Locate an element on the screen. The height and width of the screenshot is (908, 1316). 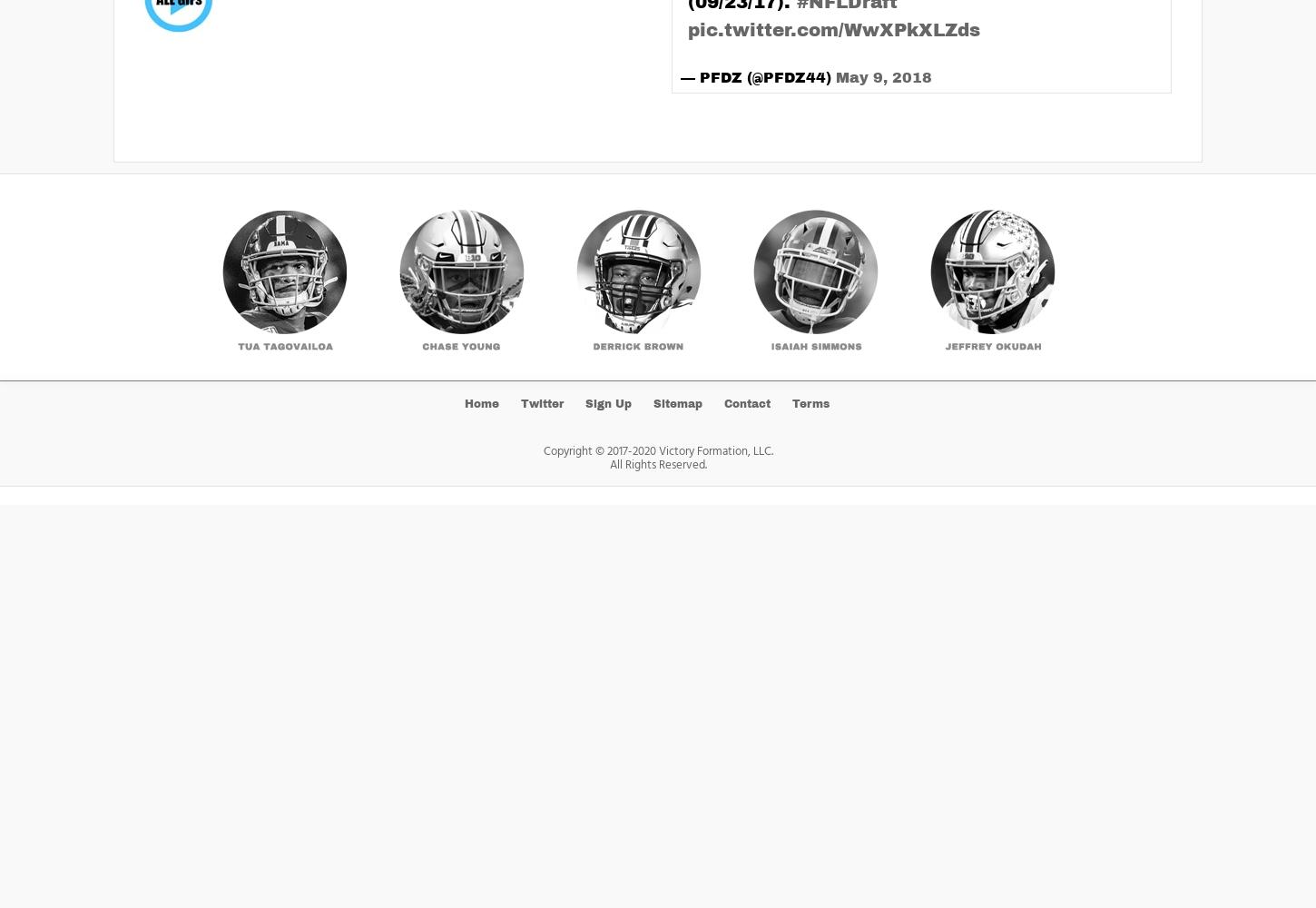
'Copyright © 2017-2020 Victory Formation, LLC.' is located at coordinates (656, 449).